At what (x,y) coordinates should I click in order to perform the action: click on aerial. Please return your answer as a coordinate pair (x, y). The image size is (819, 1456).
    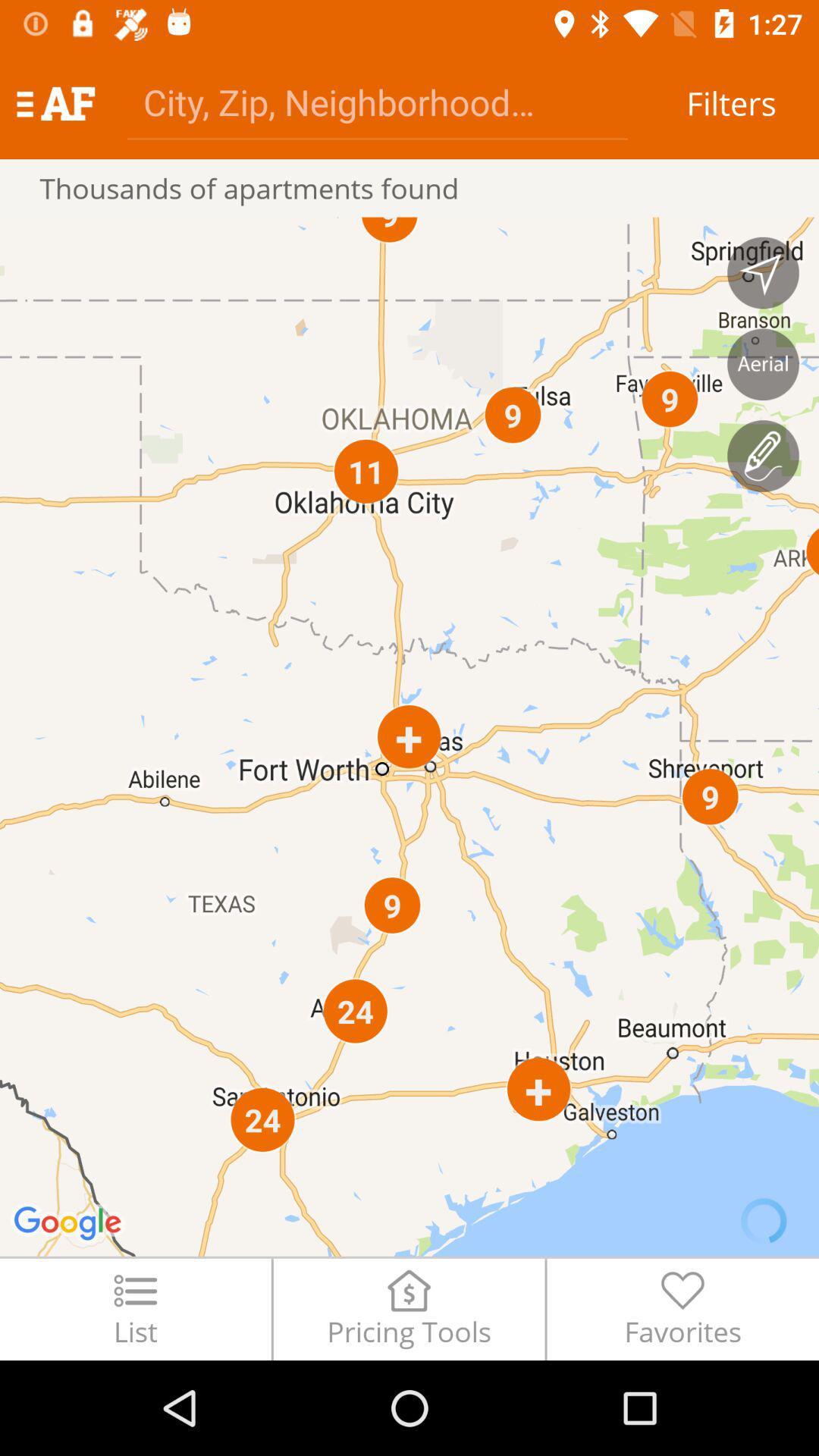
    Looking at the image, I should click on (763, 364).